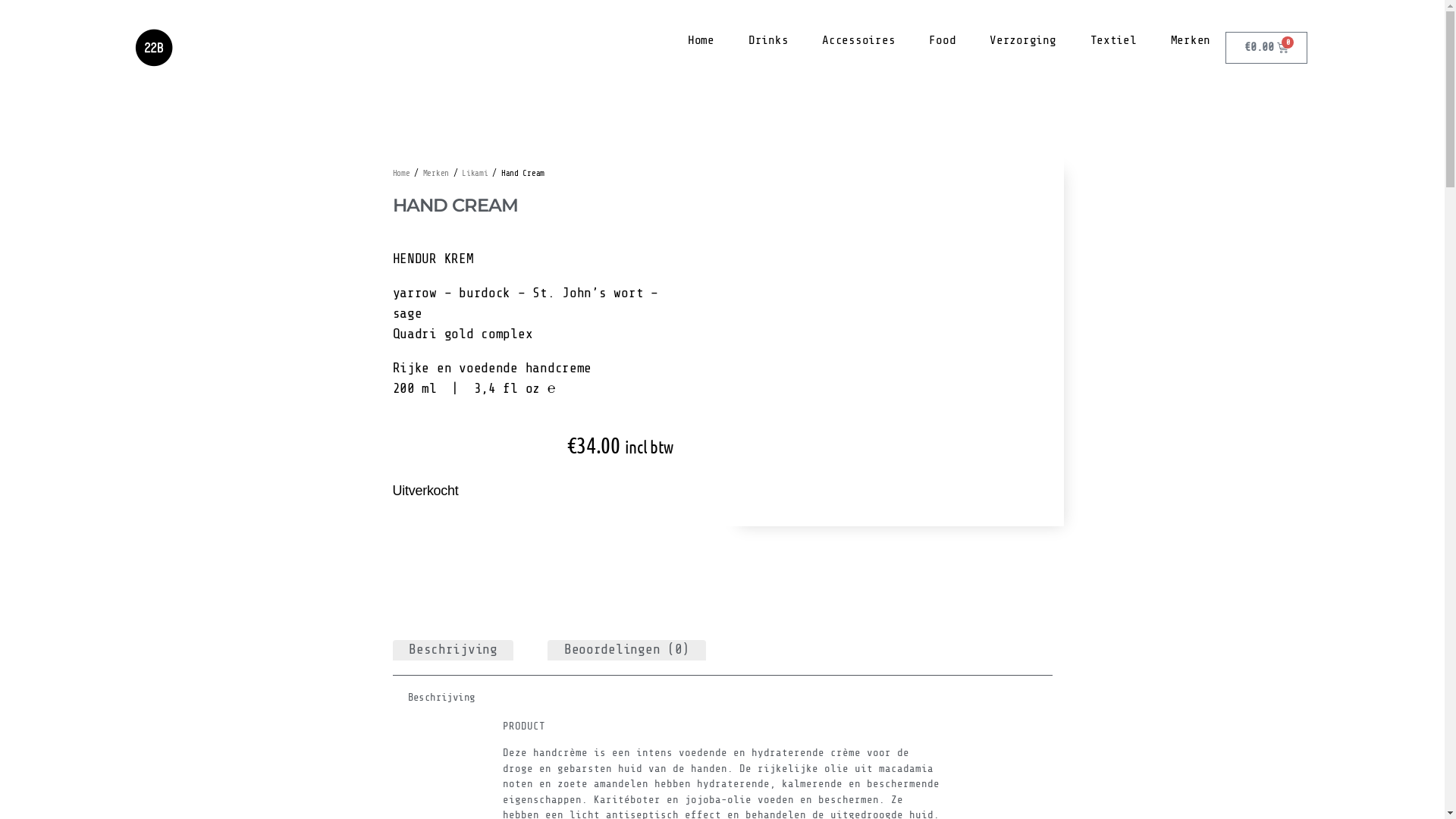 This screenshot has height=819, width=1456. What do you see at coordinates (1113, 39) in the screenshot?
I see `'Textiel'` at bounding box center [1113, 39].